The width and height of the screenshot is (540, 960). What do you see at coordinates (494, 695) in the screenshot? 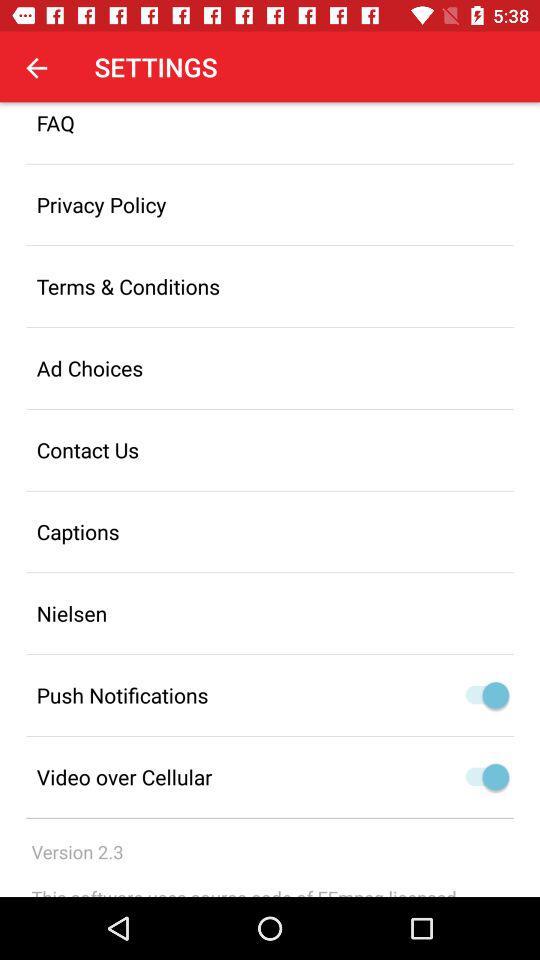
I see `to on option` at bounding box center [494, 695].